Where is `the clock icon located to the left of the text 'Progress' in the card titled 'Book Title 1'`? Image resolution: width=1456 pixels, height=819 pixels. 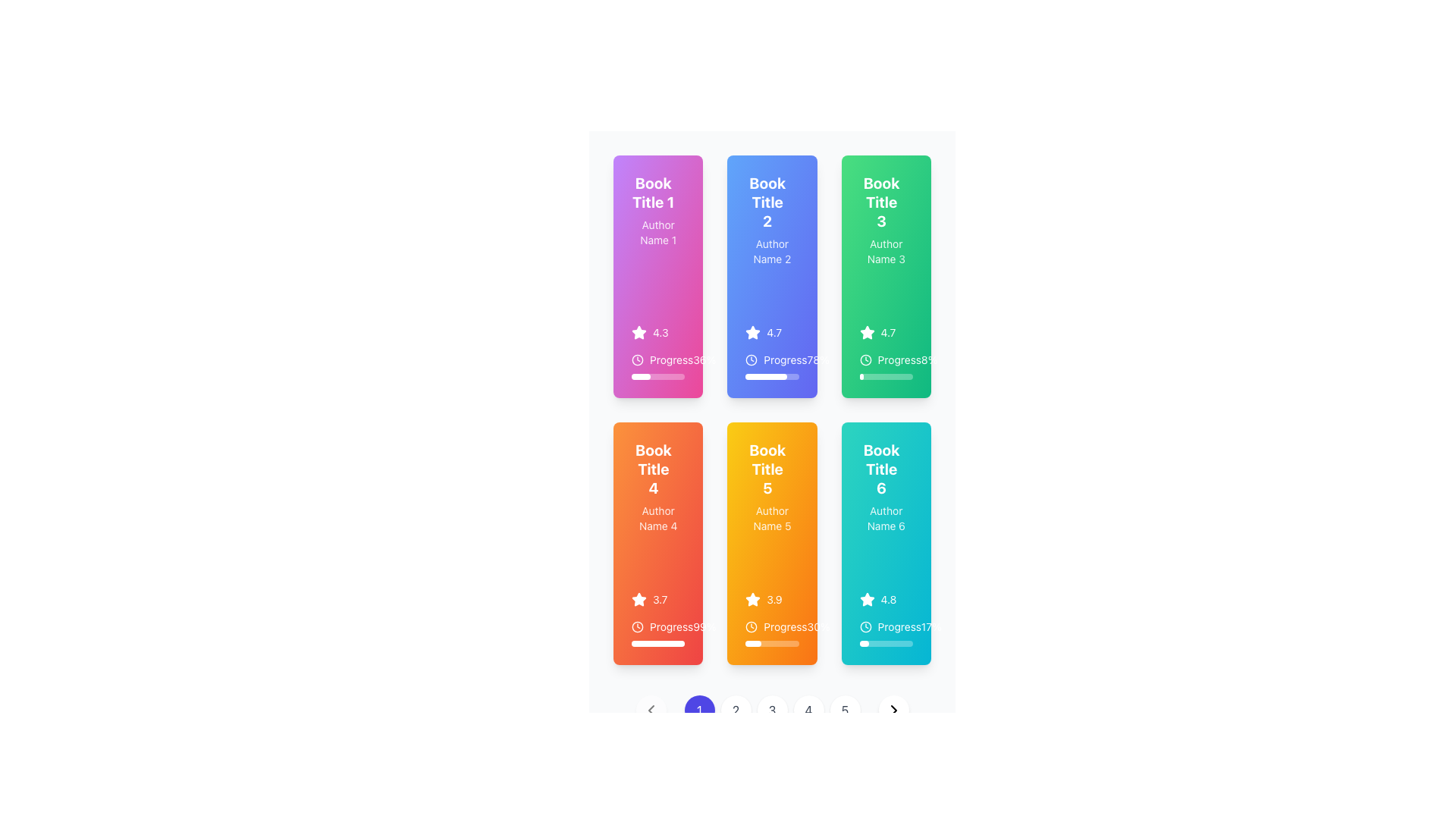
the clock icon located to the left of the text 'Progress' in the card titled 'Book Title 1' is located at coordinates (637, 359).